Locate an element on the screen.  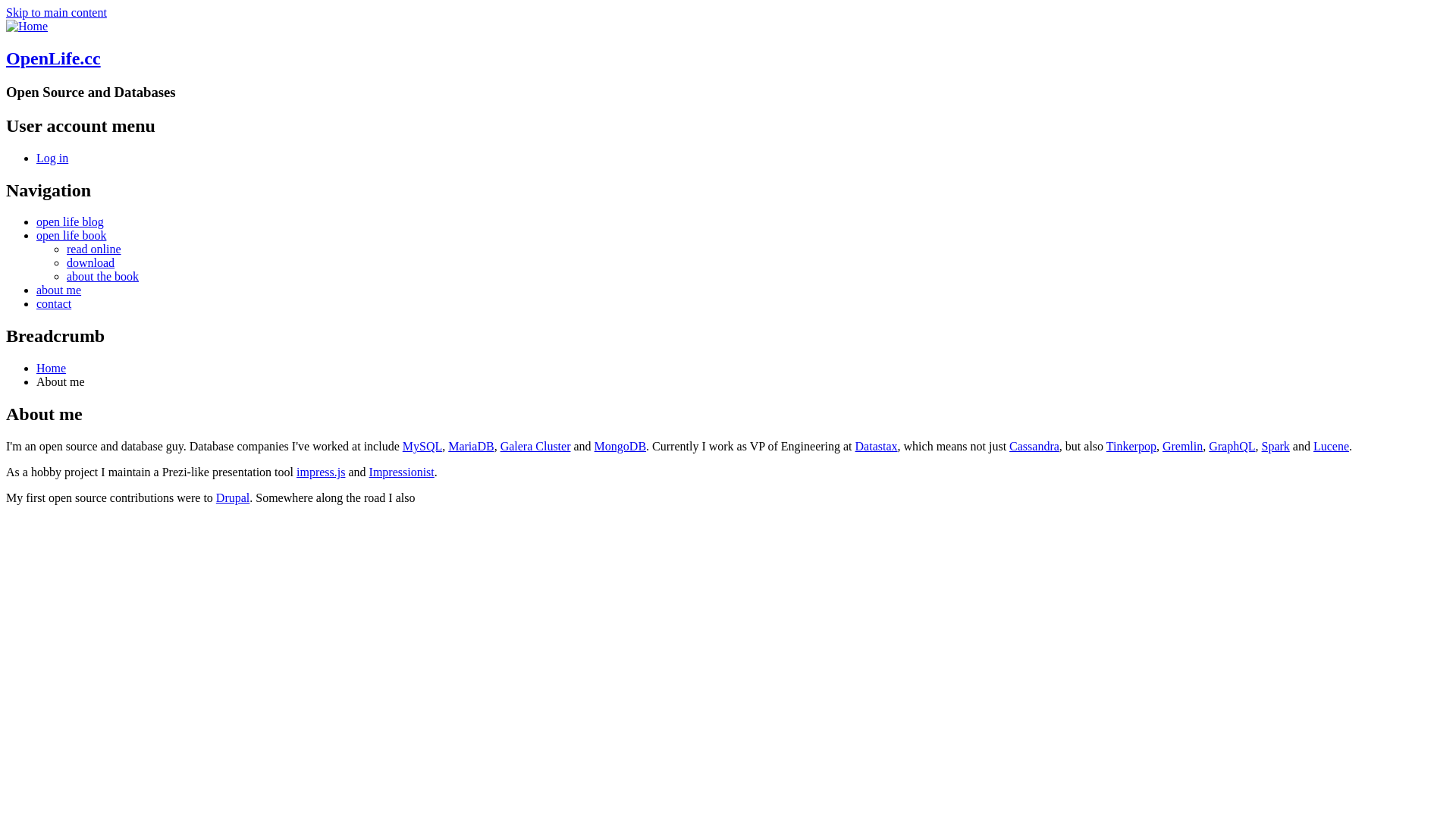
'Cassandra' is located at coordinates (1033, 445).